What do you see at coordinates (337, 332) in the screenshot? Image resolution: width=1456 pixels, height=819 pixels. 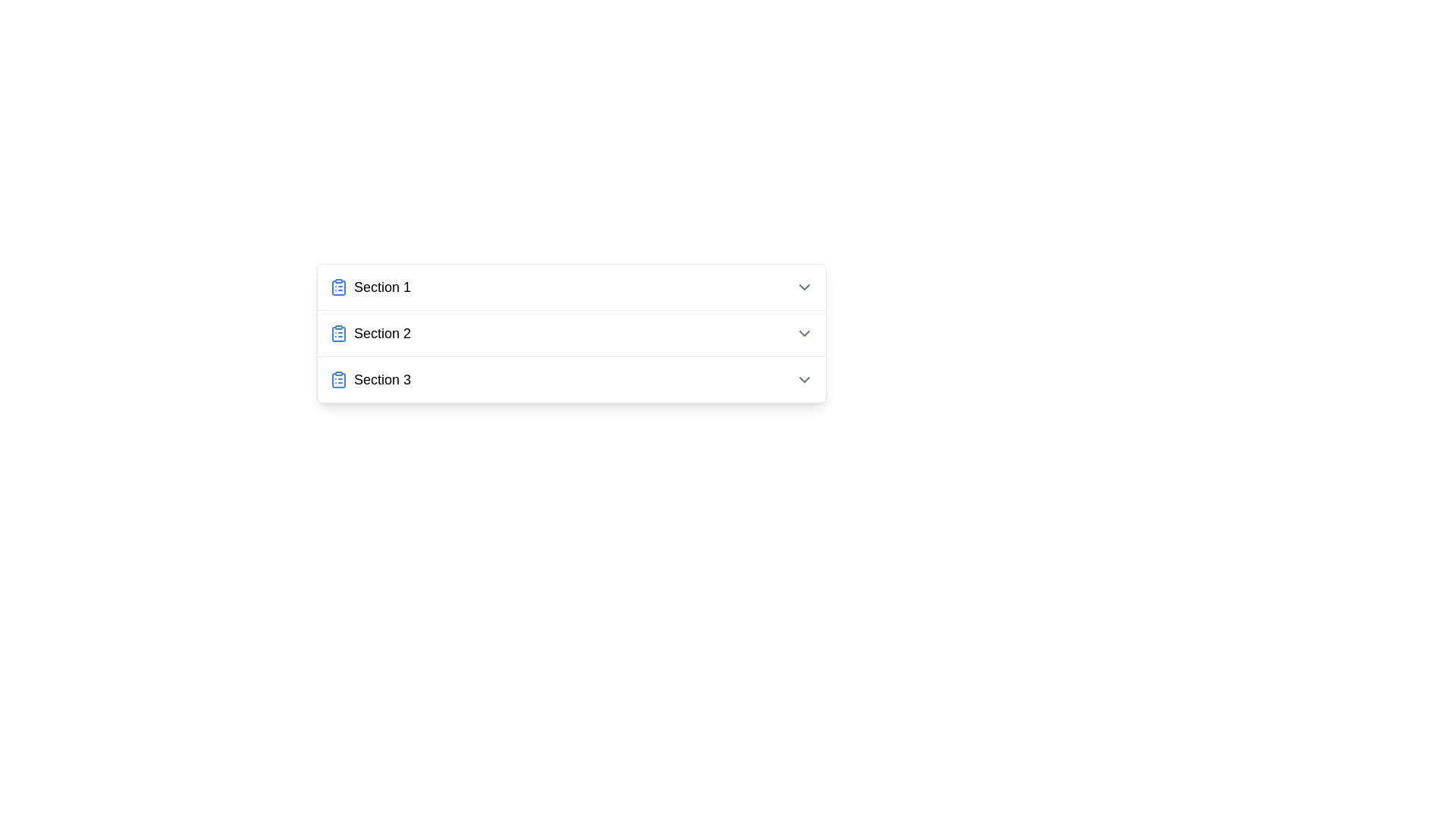 I see `the blue clipboard icon located to the left of the text 'Section 2' in the vertically stacked list of sections` at bounding box center [337, 332].